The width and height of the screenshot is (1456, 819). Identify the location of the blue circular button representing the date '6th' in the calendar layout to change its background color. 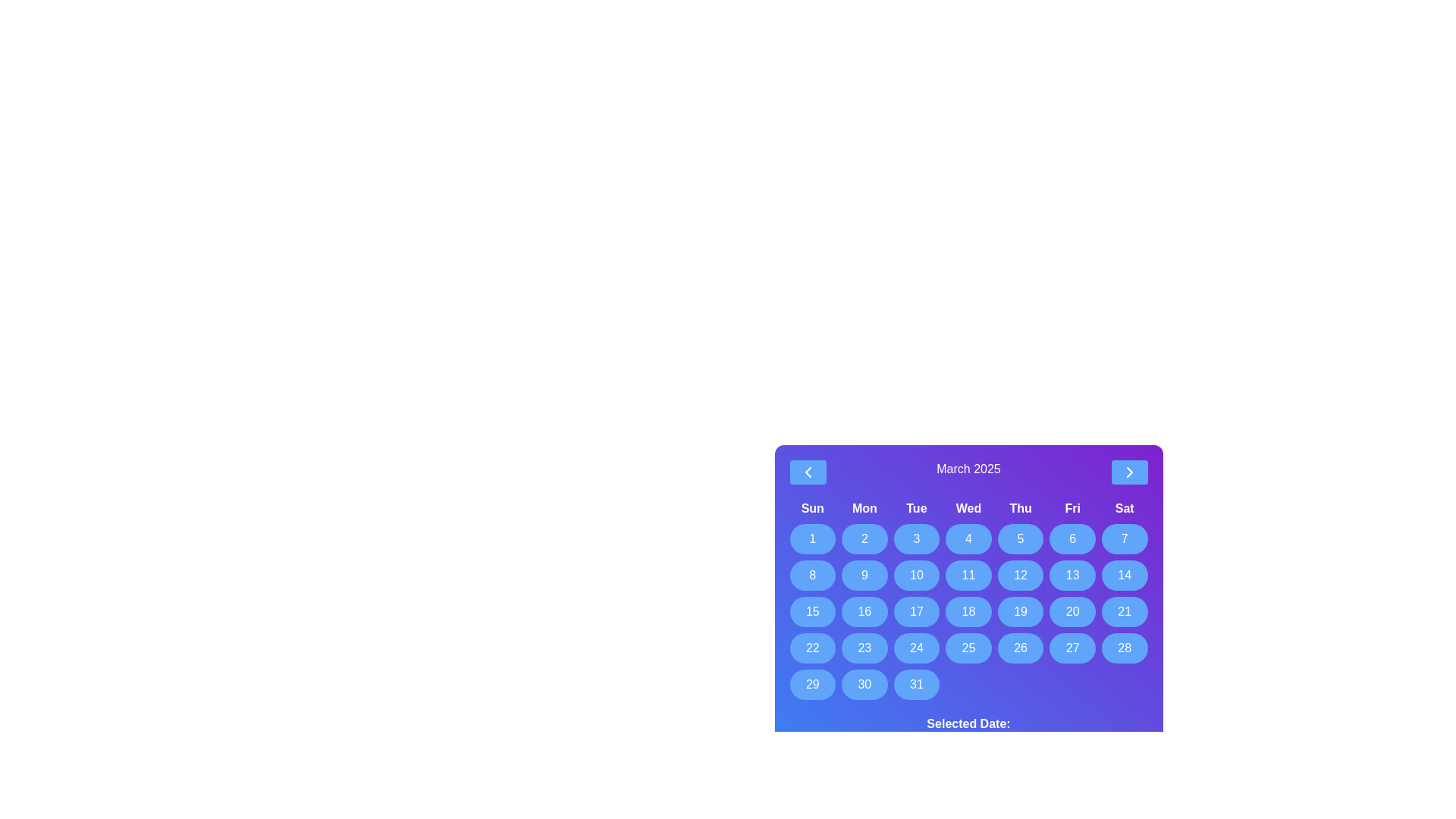
(1072, 538).